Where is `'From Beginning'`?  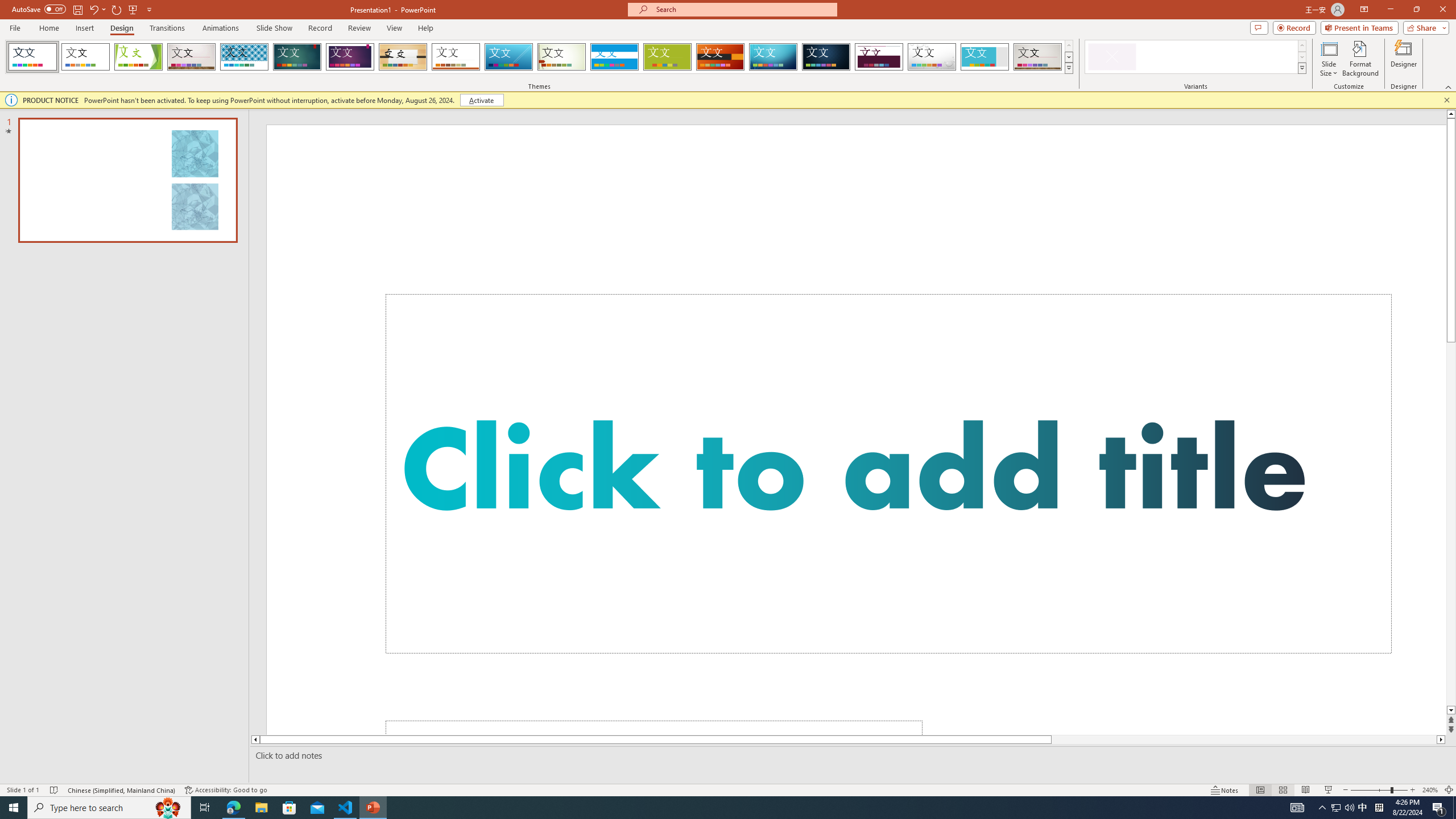
'From Beginning' is located at coordinates (133, 9).